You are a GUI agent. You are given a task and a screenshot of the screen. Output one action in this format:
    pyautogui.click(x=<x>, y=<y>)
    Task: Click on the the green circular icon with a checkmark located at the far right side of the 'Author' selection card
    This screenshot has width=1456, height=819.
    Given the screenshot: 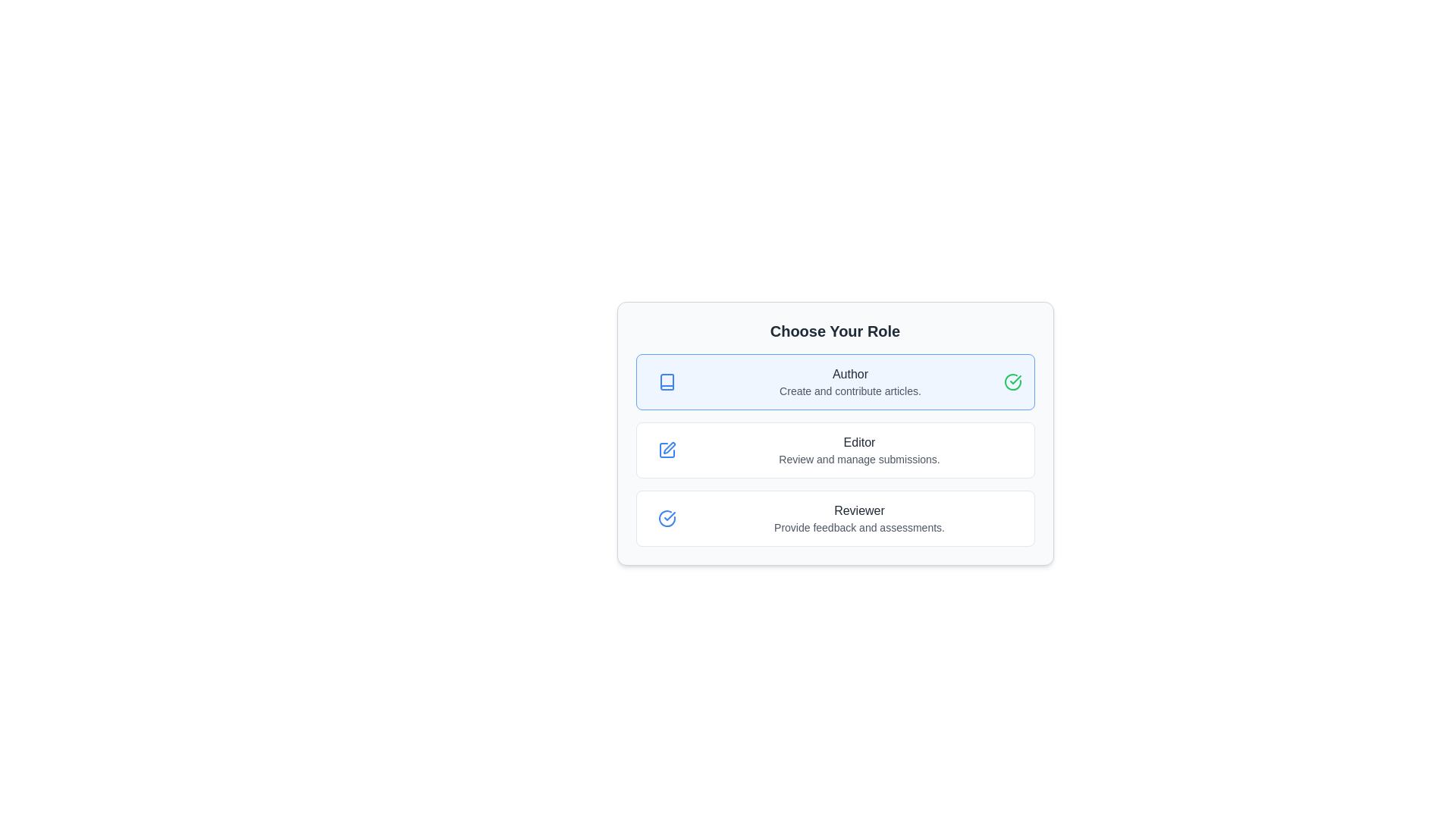 What is the action you would take?
    pyautogui.click(x=1012, y=381)
    